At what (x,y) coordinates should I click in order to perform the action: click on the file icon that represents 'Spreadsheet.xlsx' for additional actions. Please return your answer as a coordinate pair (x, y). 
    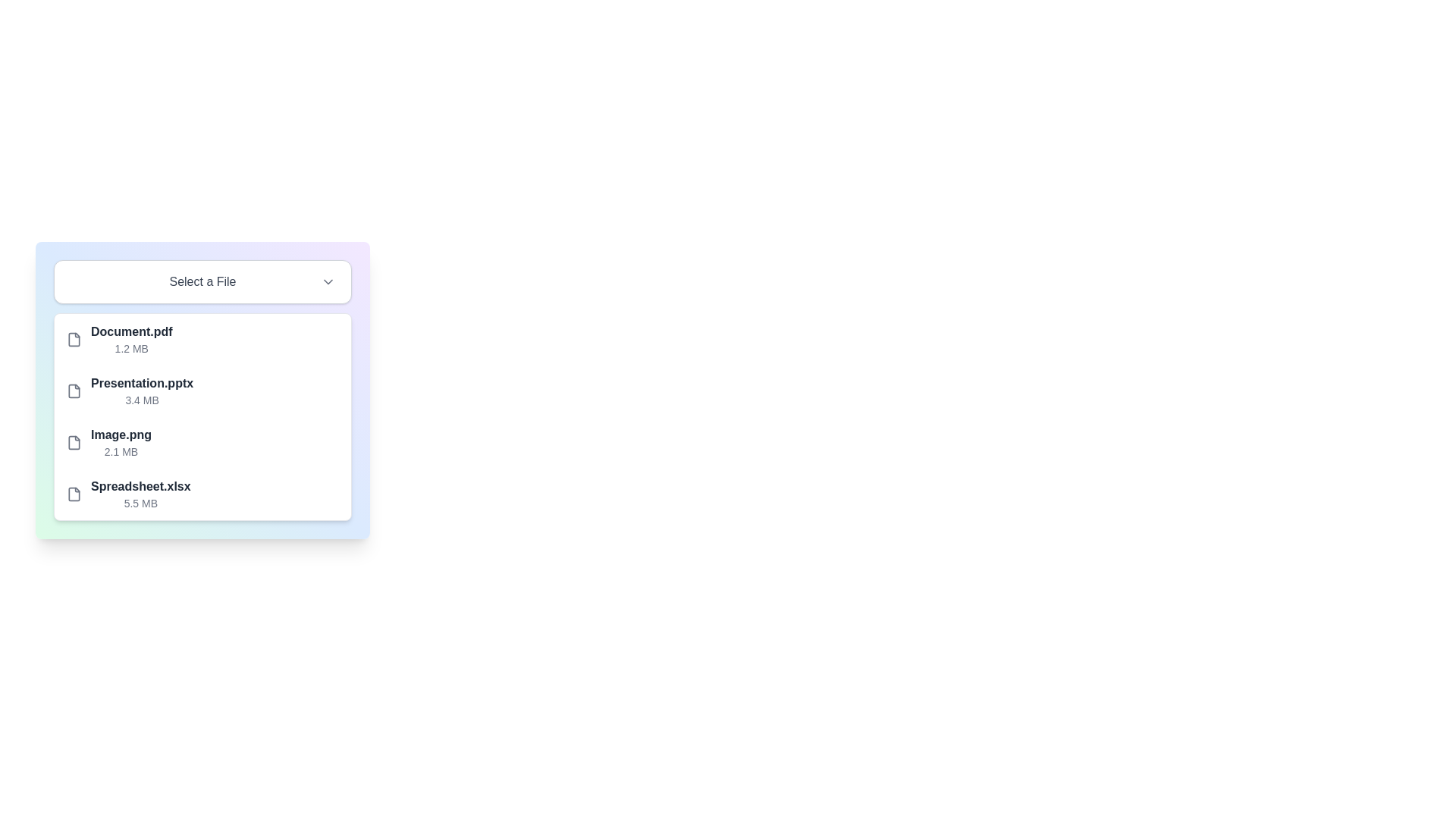
    Looking at the image, I should click on (73, 494).